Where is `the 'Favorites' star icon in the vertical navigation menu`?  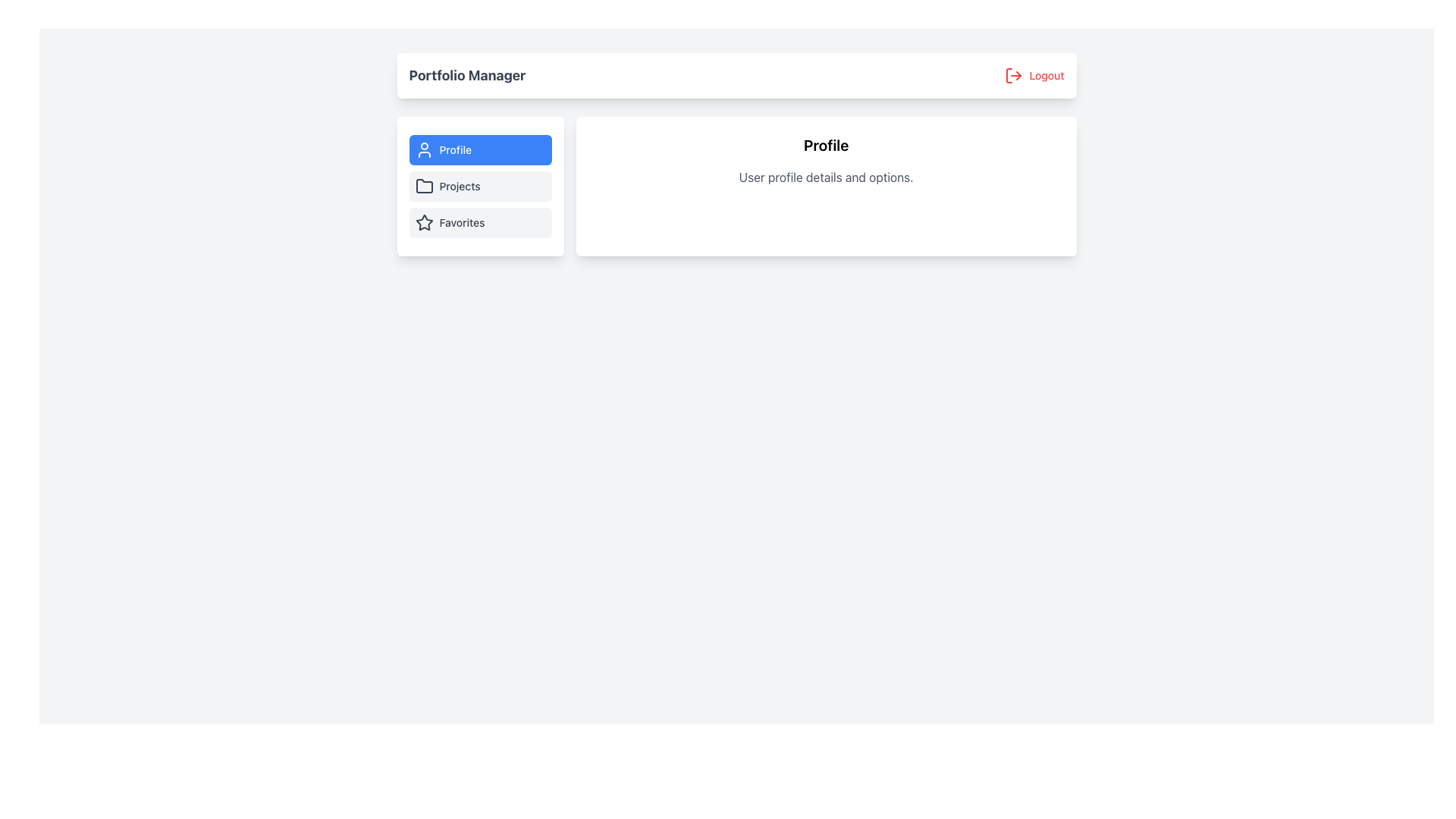
the 'Favorites' star icon in the vertical navigation menu is located at coordinates (424, 222).